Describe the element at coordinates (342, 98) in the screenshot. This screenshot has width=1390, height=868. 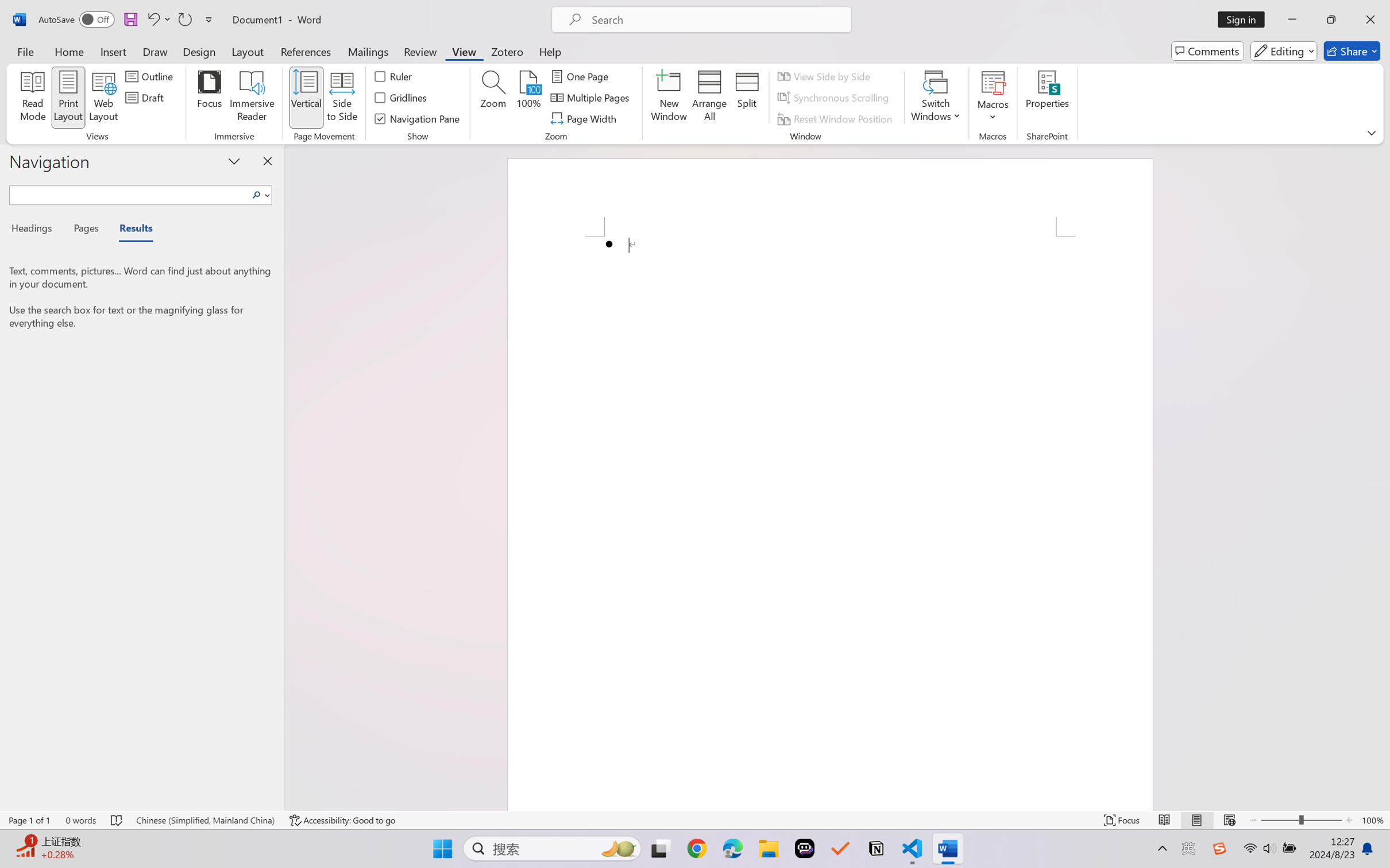
I see `'Side to Side'` at that location.